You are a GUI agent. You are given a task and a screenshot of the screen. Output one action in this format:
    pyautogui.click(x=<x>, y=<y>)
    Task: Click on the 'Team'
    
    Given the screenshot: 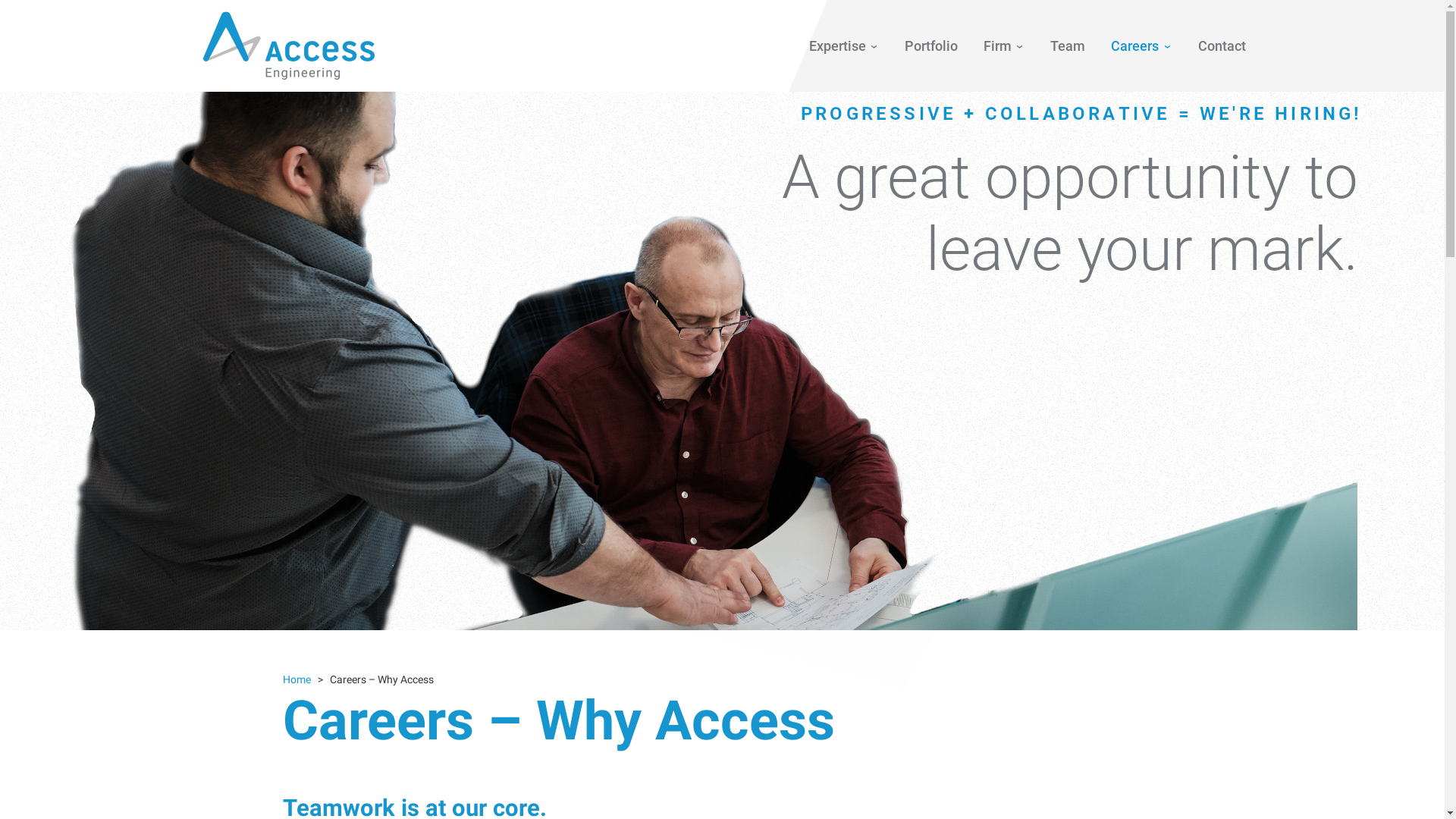 What is the action you would take?
    pyautogui.click(x=1066, y=45)
    